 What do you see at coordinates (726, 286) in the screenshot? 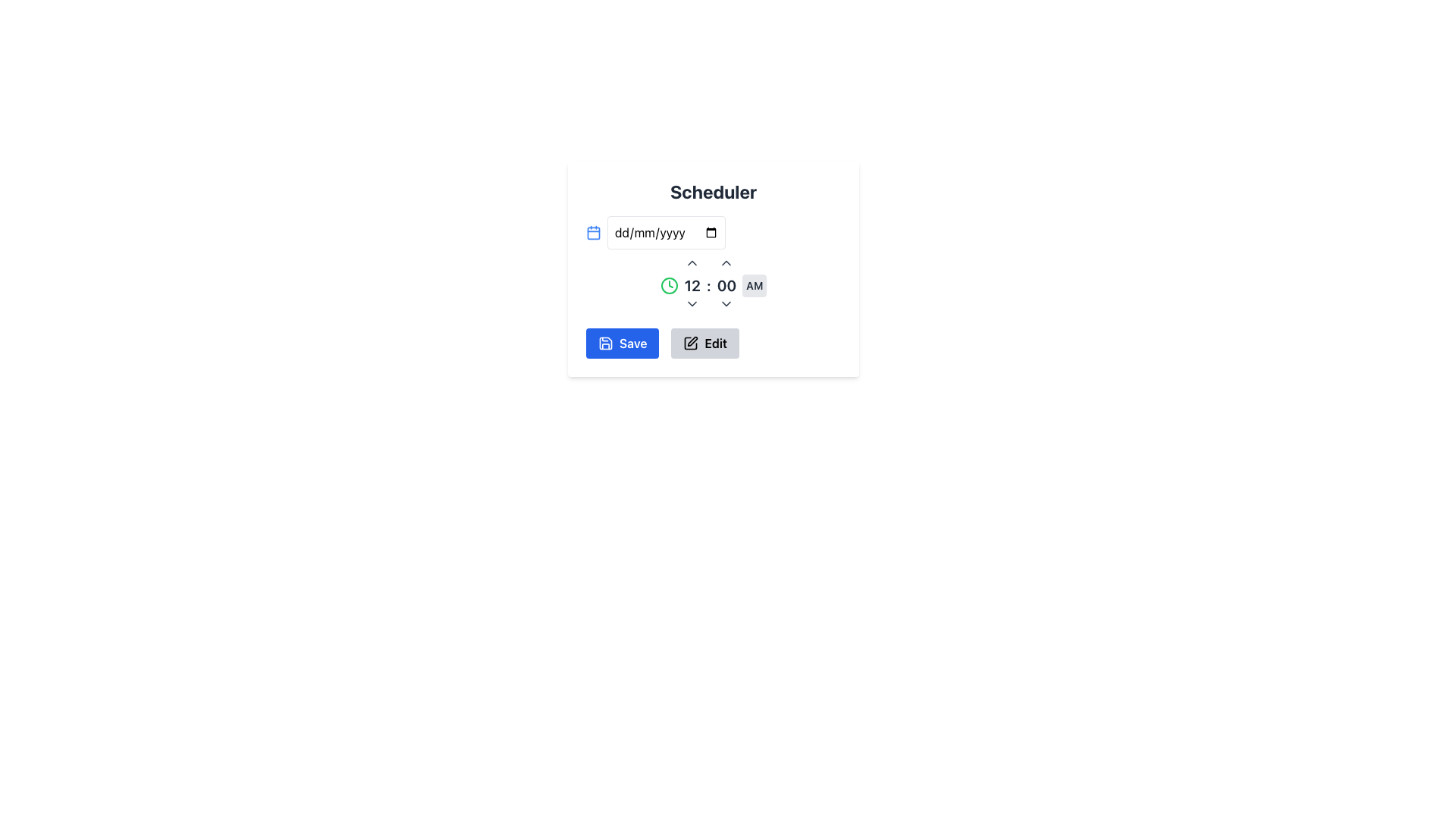
I see `the minutes field in the time selection module, which is located immediately to the right of the '12' hour indication` at bounding box center [726, 286].